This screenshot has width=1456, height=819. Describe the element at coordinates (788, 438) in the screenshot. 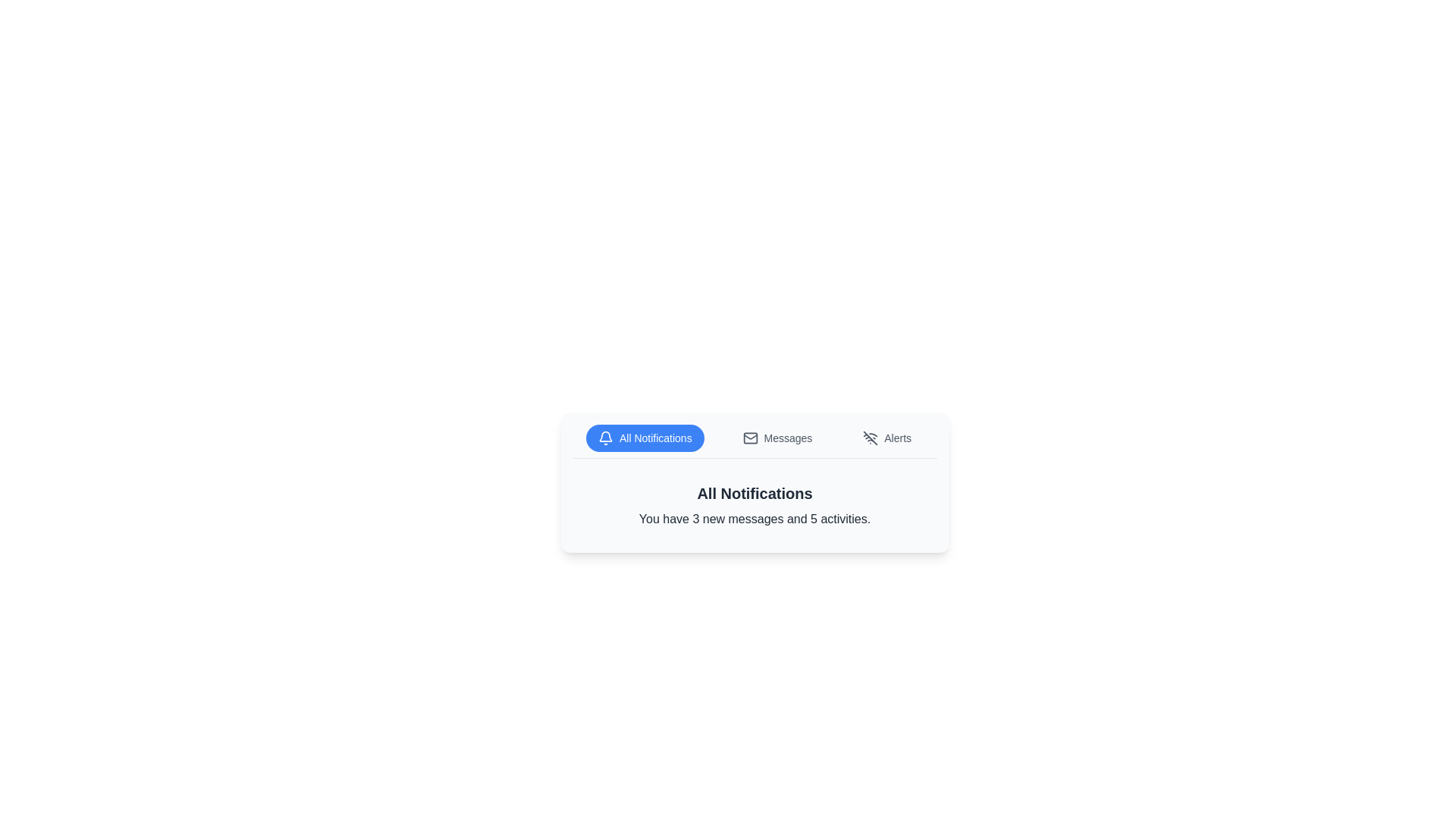

I see `the 'Messages' text label, which is styled in dark gray within a toolbar, located centrally between a mail icon and an 'Alerts' label` at that location.